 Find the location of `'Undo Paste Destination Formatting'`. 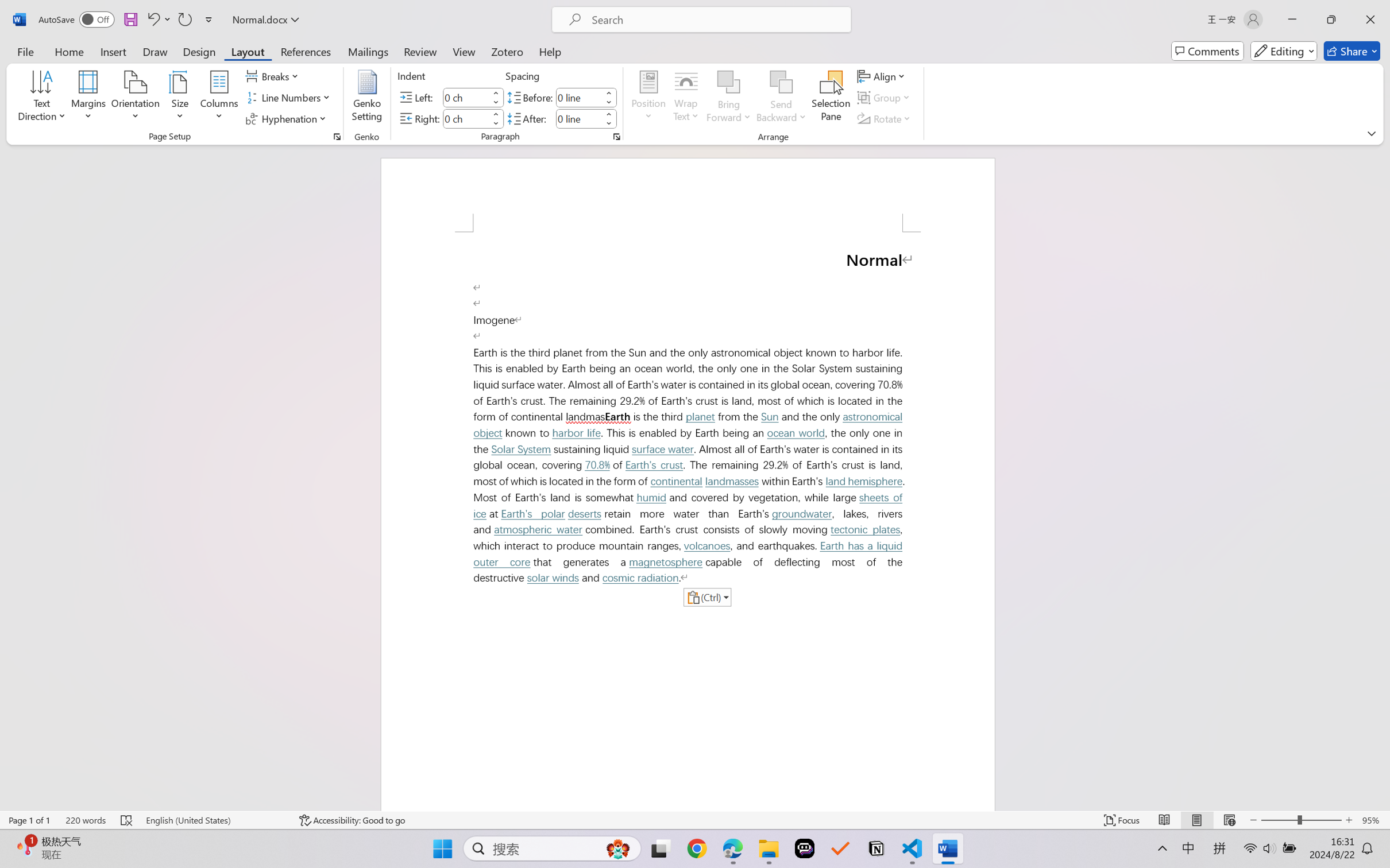

'Undo Paste Destination Formatting' is located at coordinates (157, 19).